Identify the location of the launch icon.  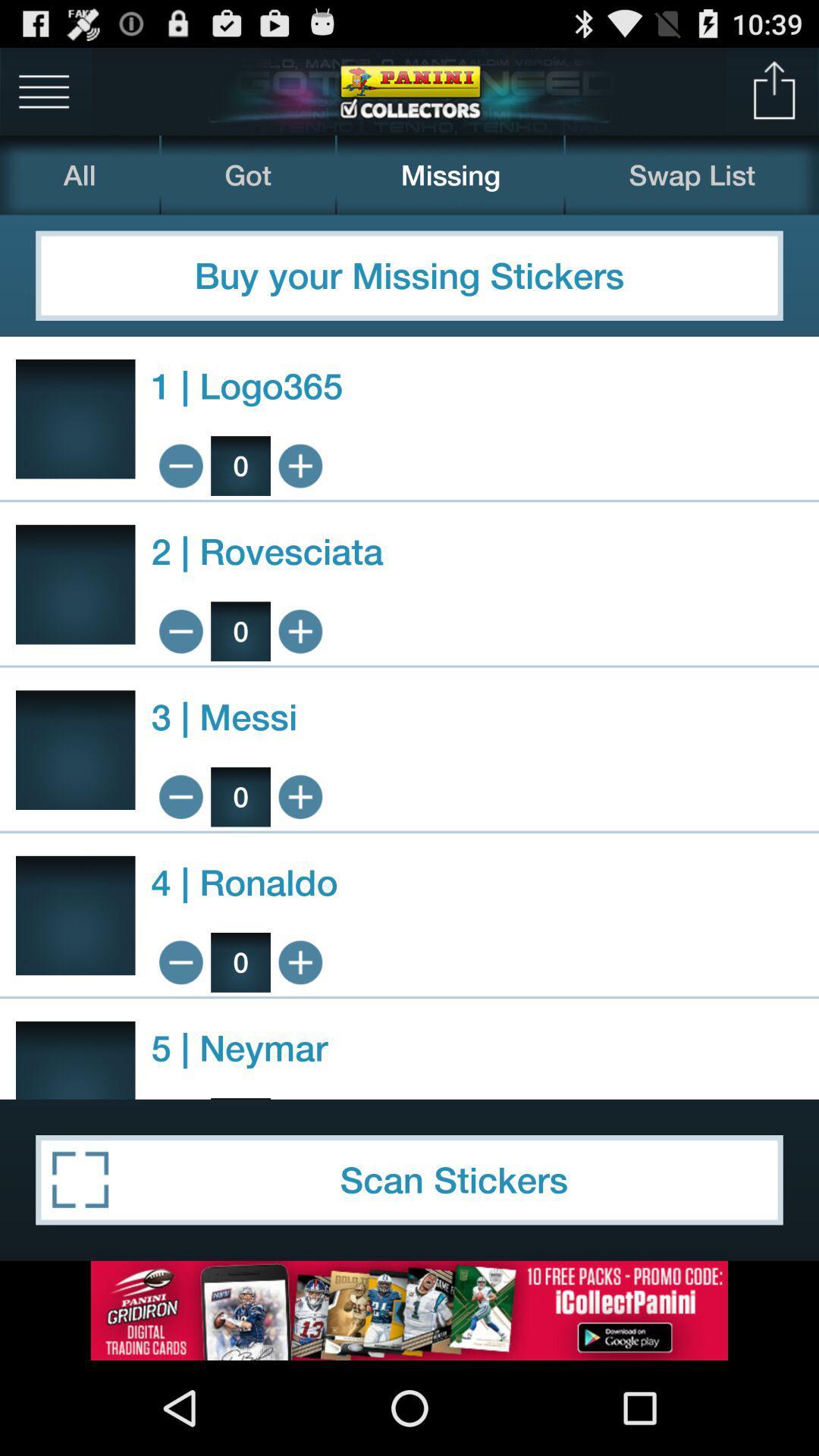
(774, 96).